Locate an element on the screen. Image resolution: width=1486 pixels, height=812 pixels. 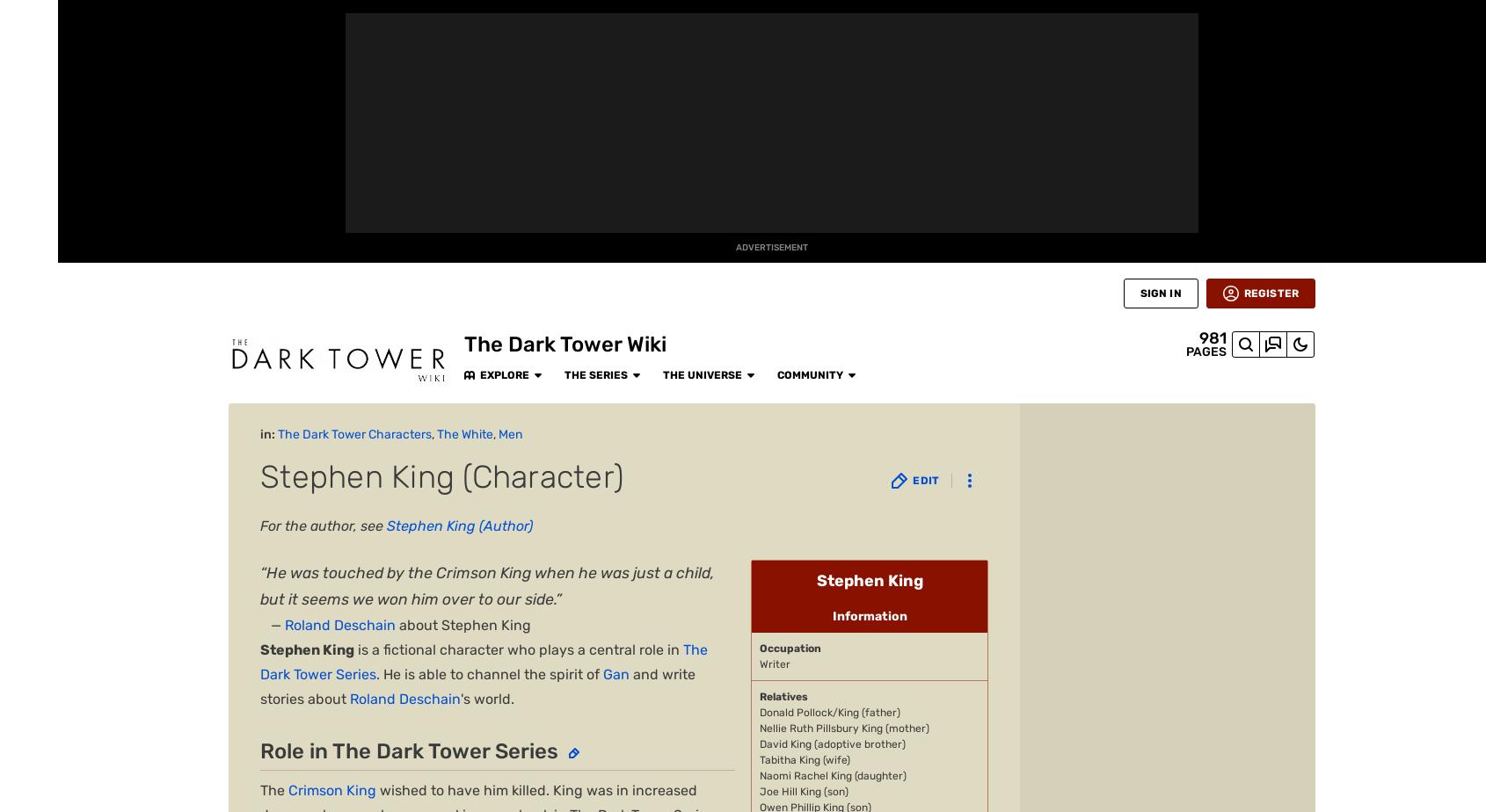
'2' is located at coordinates (292, 524).